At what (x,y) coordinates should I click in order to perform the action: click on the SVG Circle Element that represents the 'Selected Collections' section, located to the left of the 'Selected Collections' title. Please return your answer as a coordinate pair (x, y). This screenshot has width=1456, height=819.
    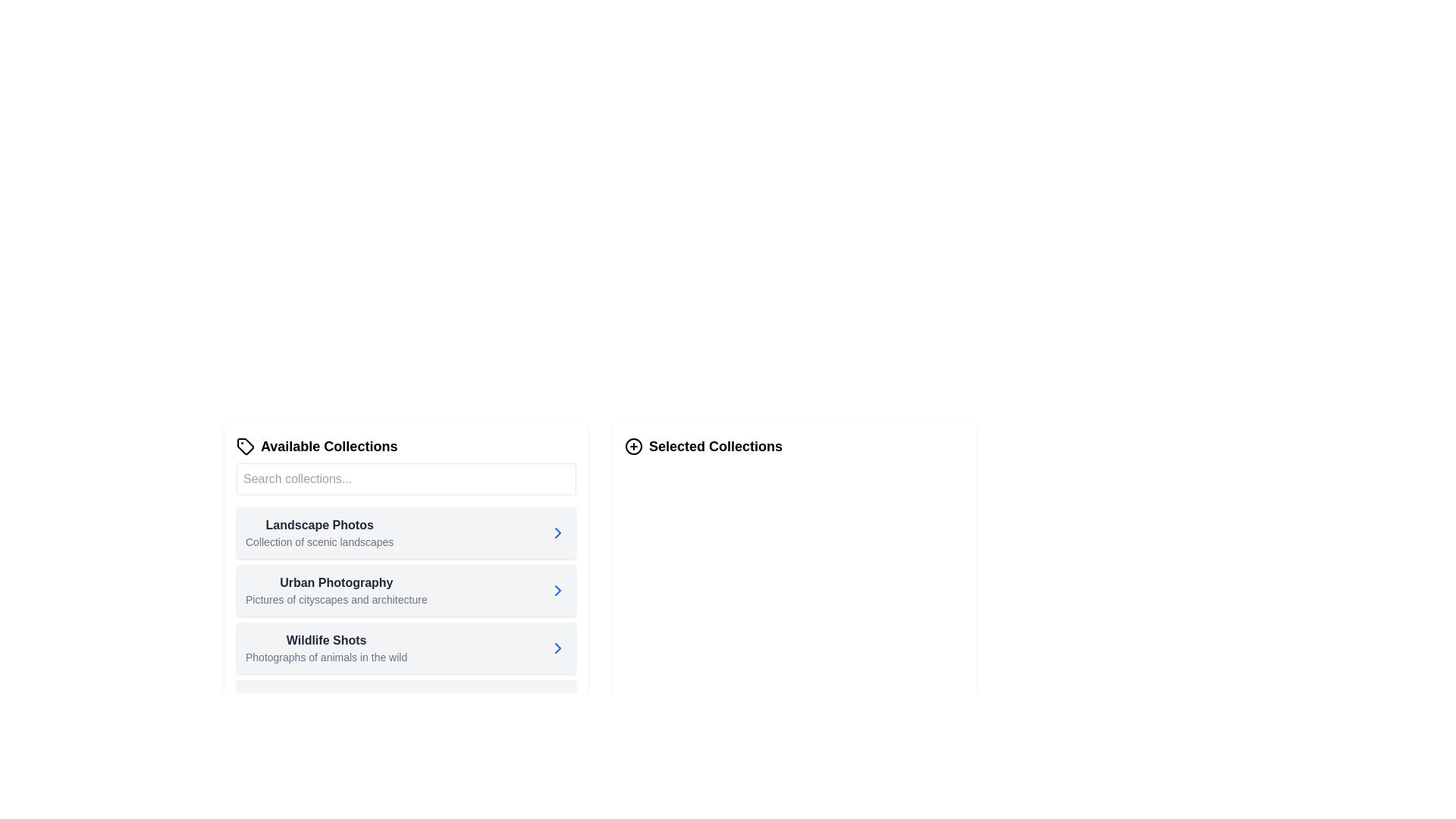
    Looking at the image, I should click on (633, 446).